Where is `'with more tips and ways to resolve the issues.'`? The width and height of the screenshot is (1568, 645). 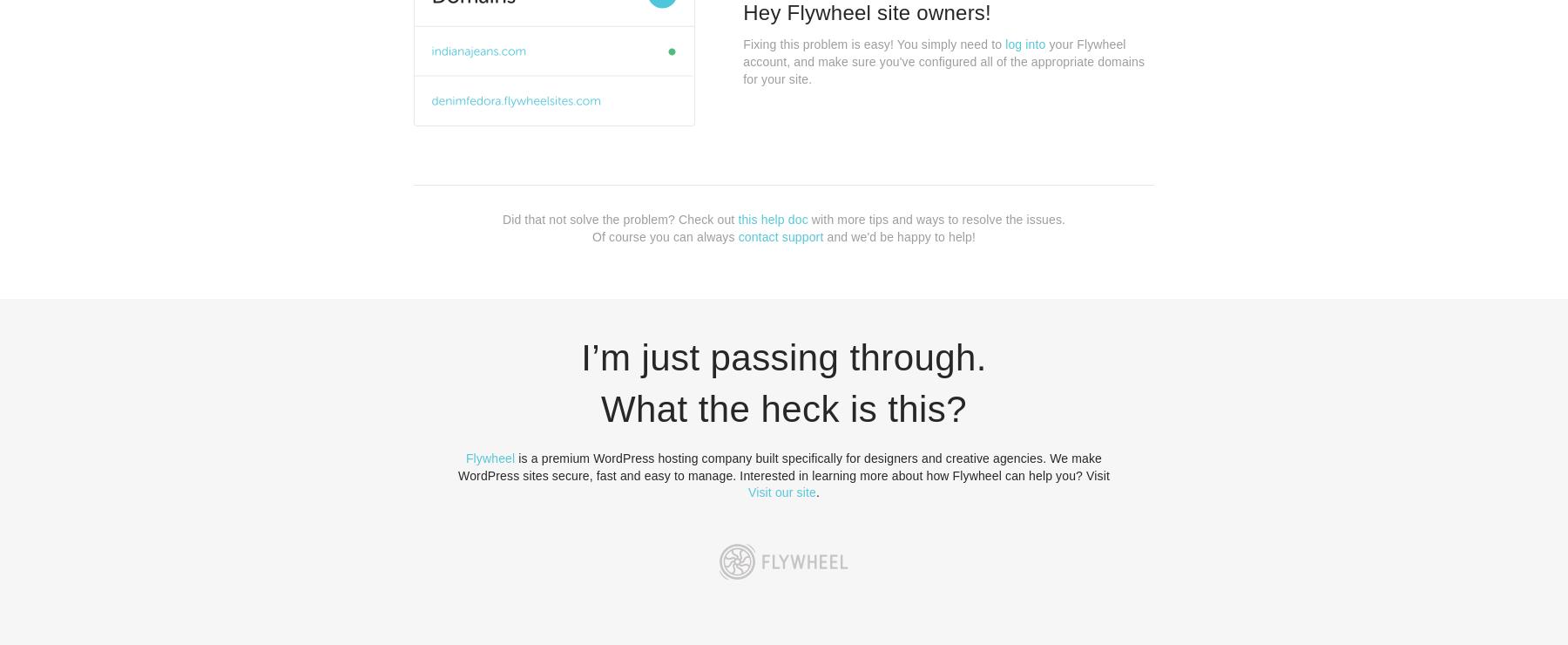
'with more tips and ways to resolve the issues.' is located at coordinates (936, 218).